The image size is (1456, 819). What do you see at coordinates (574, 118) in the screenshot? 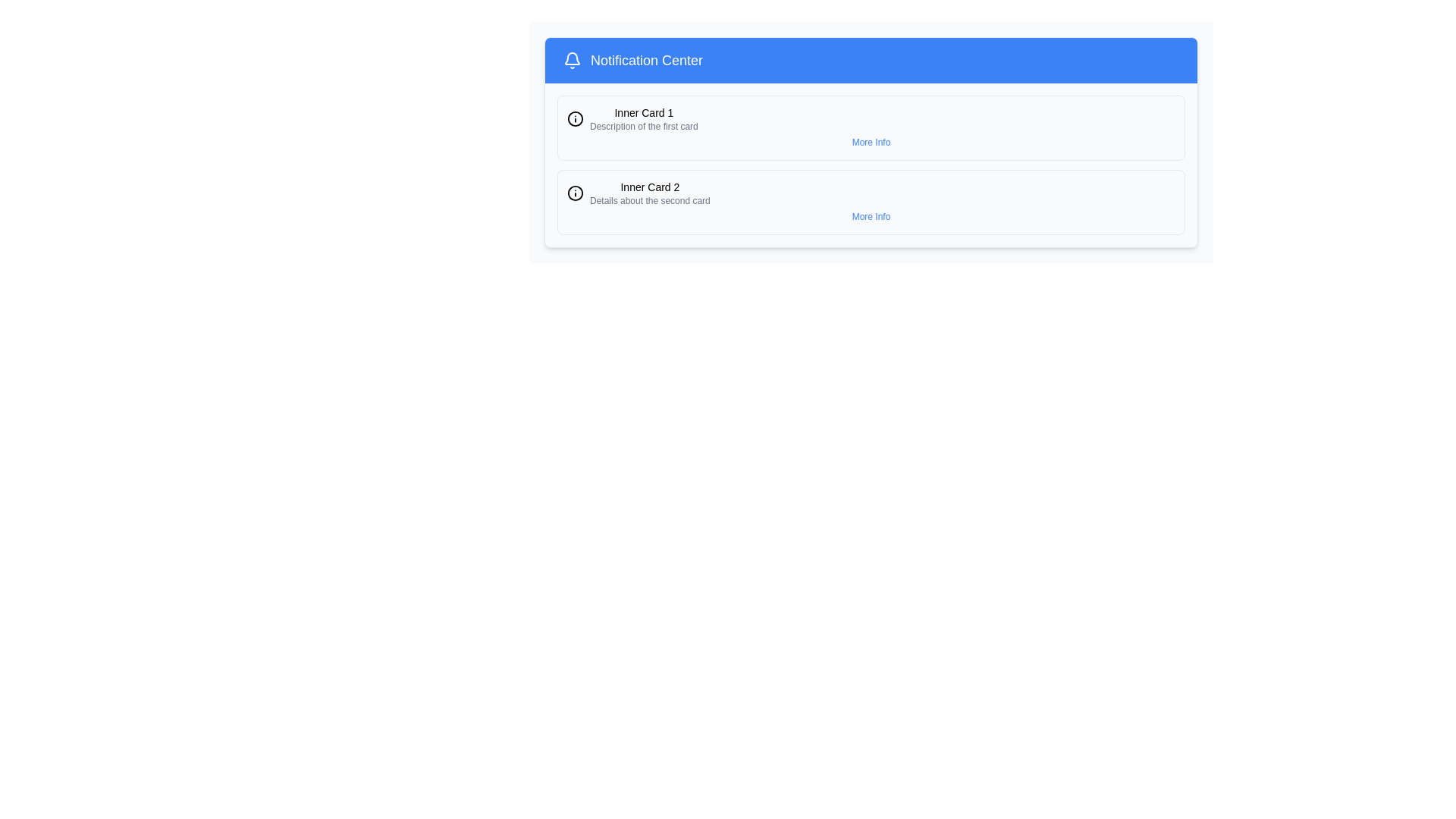
I see `the informational icon with an 'i' symbol located at the leftmost side of the 'Inner Card 1' section in the Notification Center interface` at bounding box center [574, 118].